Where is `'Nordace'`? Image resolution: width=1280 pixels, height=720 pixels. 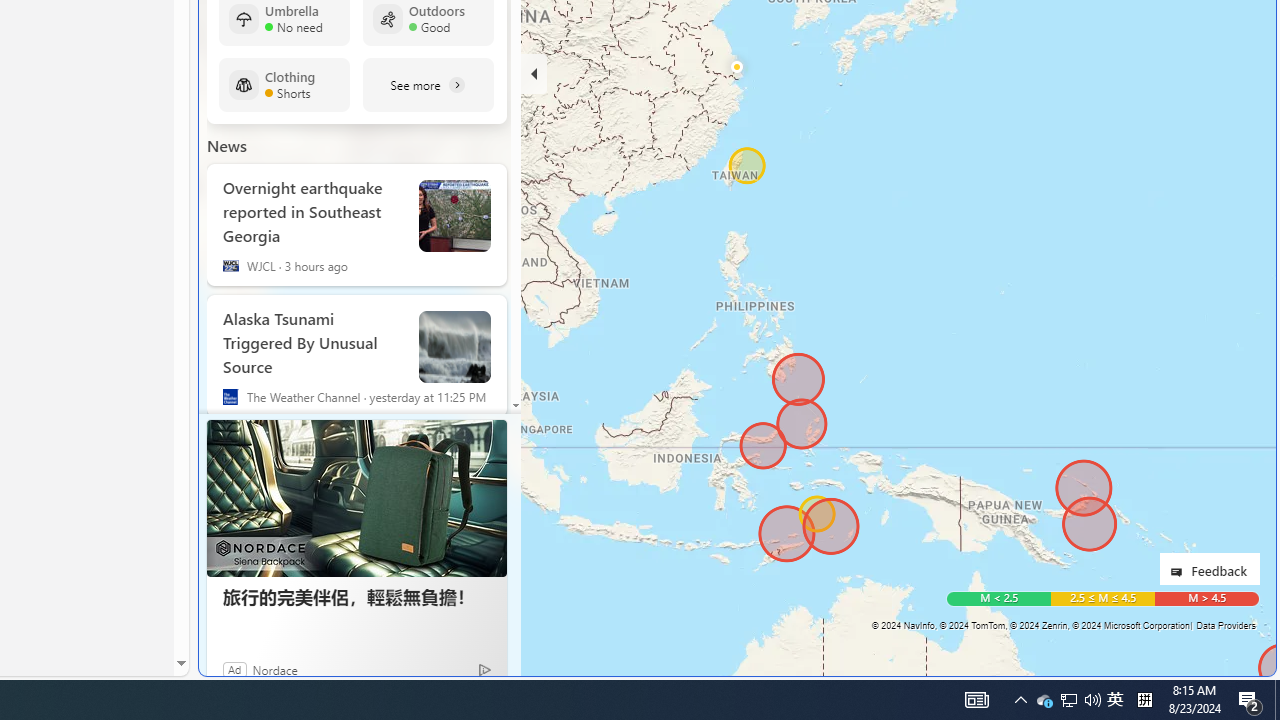
'Nordace' is located at coordinates (274, 669).